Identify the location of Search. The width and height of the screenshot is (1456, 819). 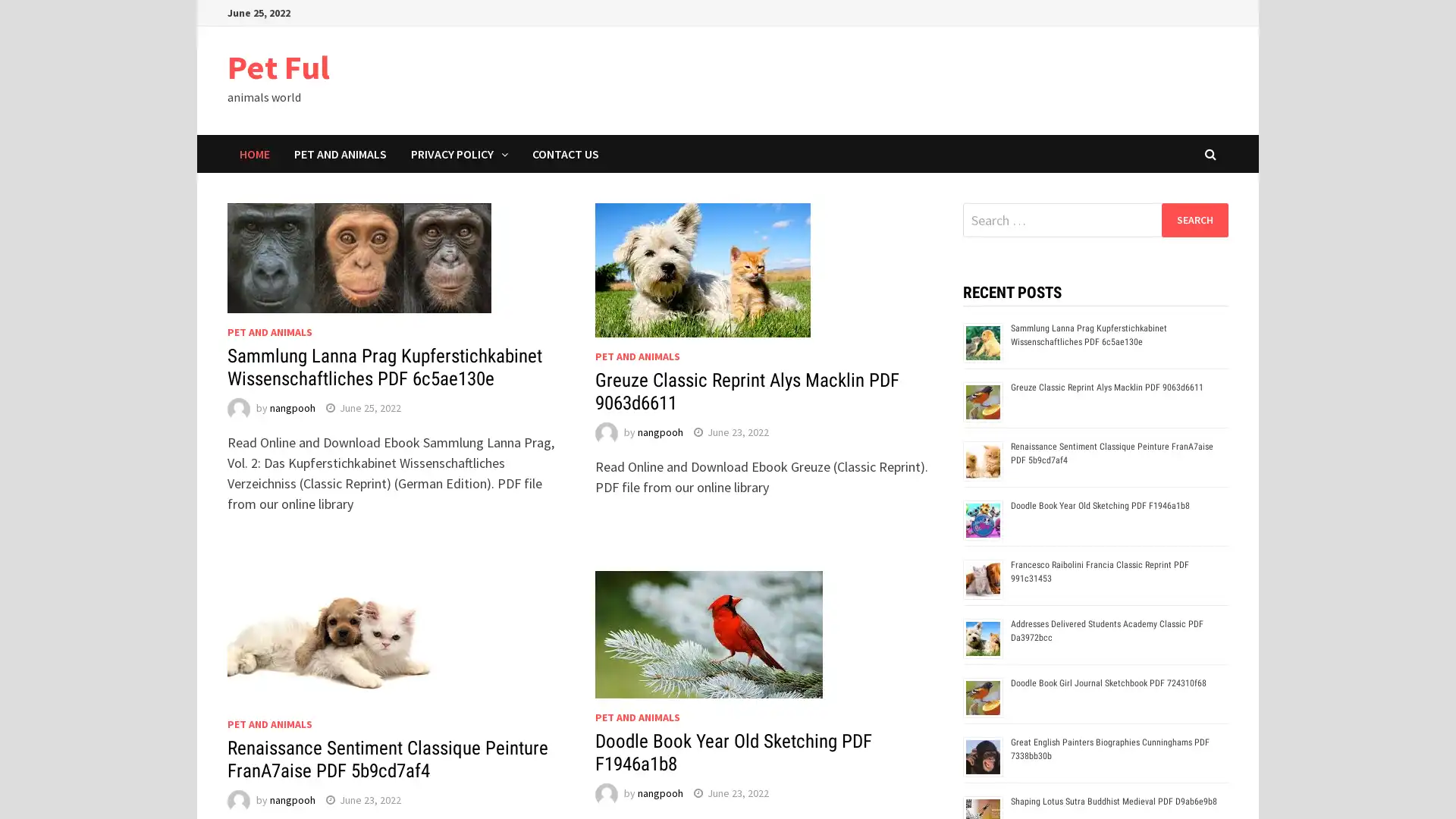
(1194, 219).